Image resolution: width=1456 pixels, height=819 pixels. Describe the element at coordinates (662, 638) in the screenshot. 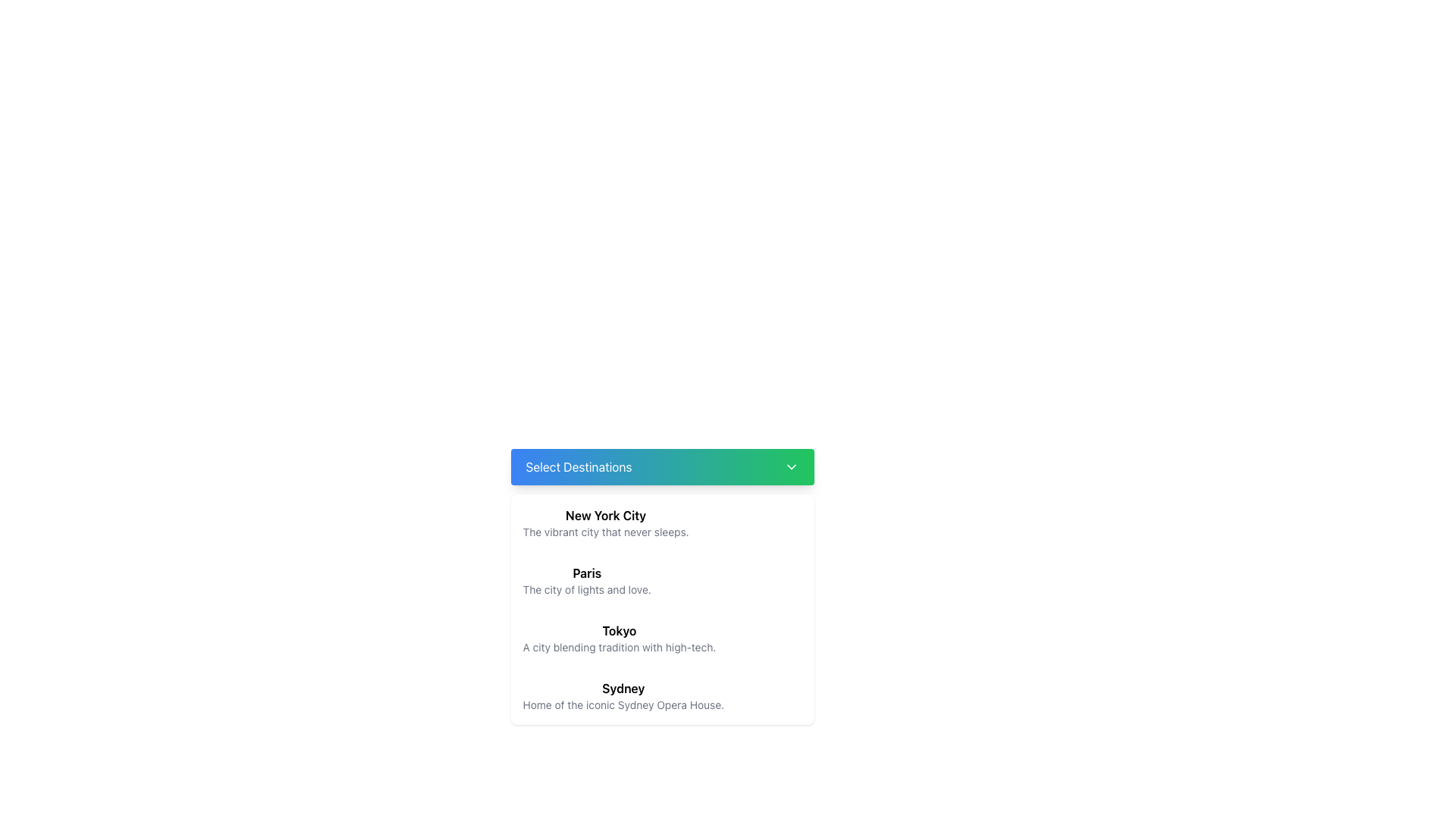

I see `the List Item element labeled 'Tokyo', which features a bold heading and a description about the city` at that location.